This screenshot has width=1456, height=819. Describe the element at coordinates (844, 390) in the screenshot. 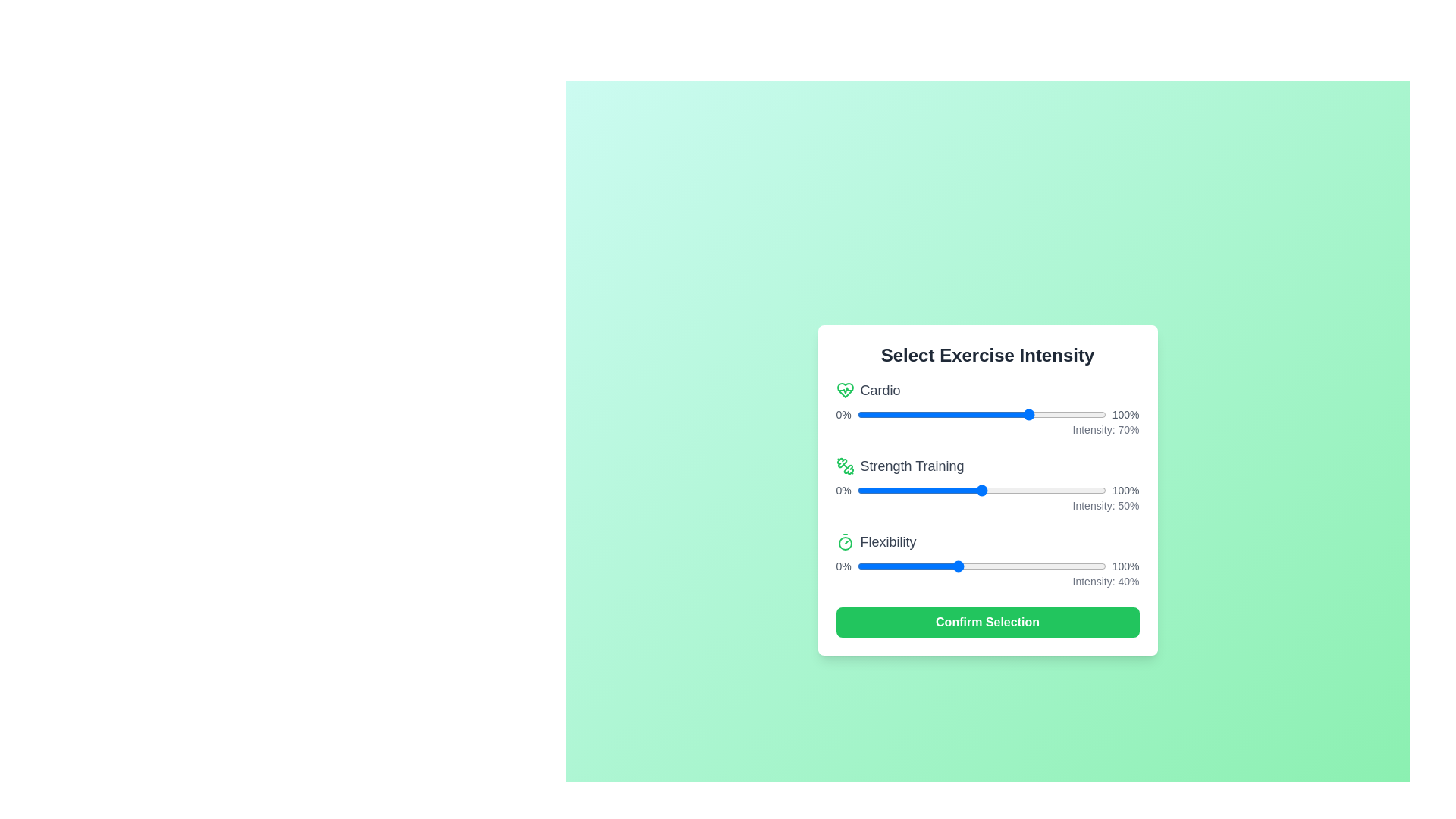

I see `the icon representing Cardio to inspect it` at that location.